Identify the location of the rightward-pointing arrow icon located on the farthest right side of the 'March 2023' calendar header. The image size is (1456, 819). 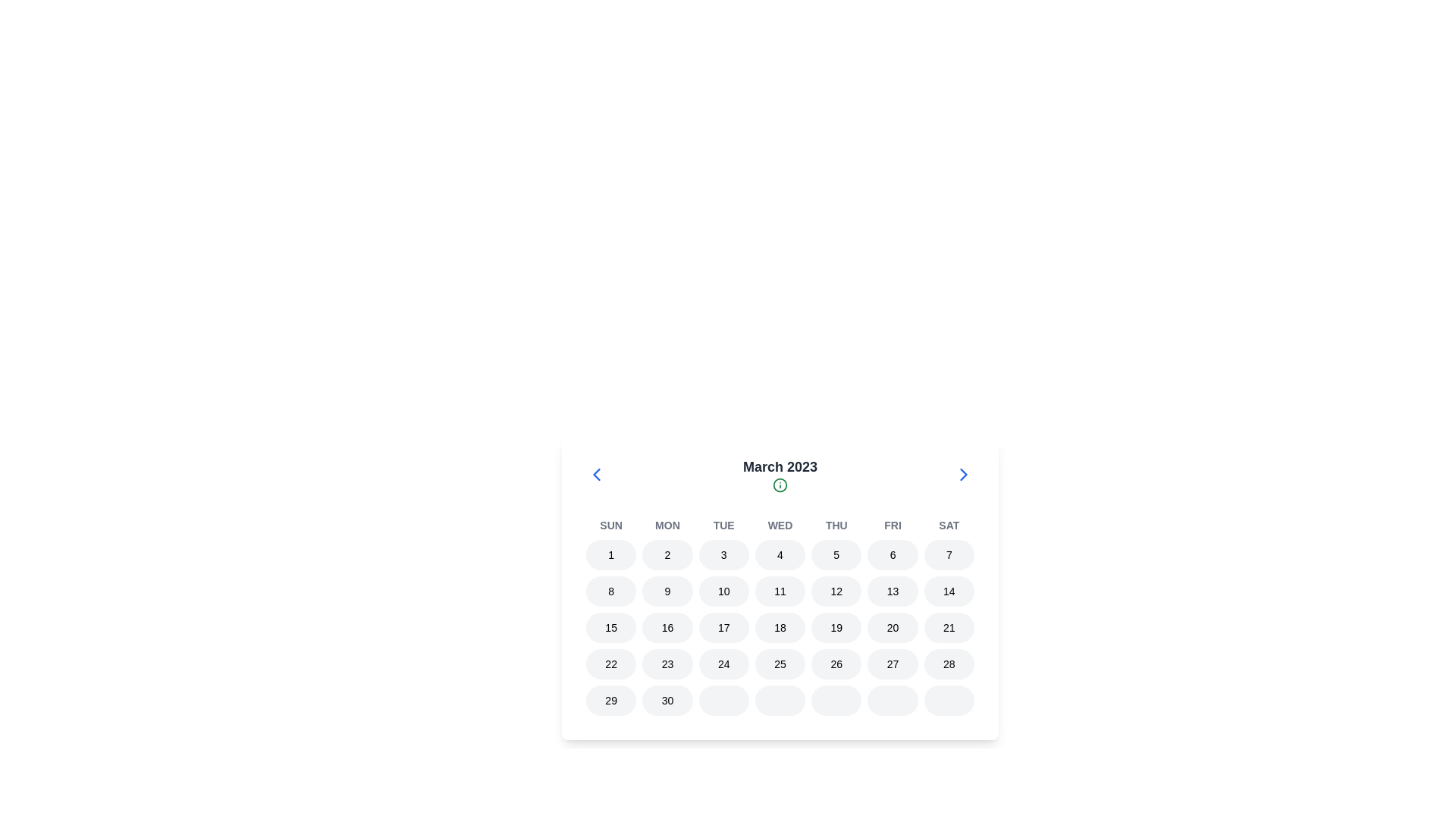
(963, 473).